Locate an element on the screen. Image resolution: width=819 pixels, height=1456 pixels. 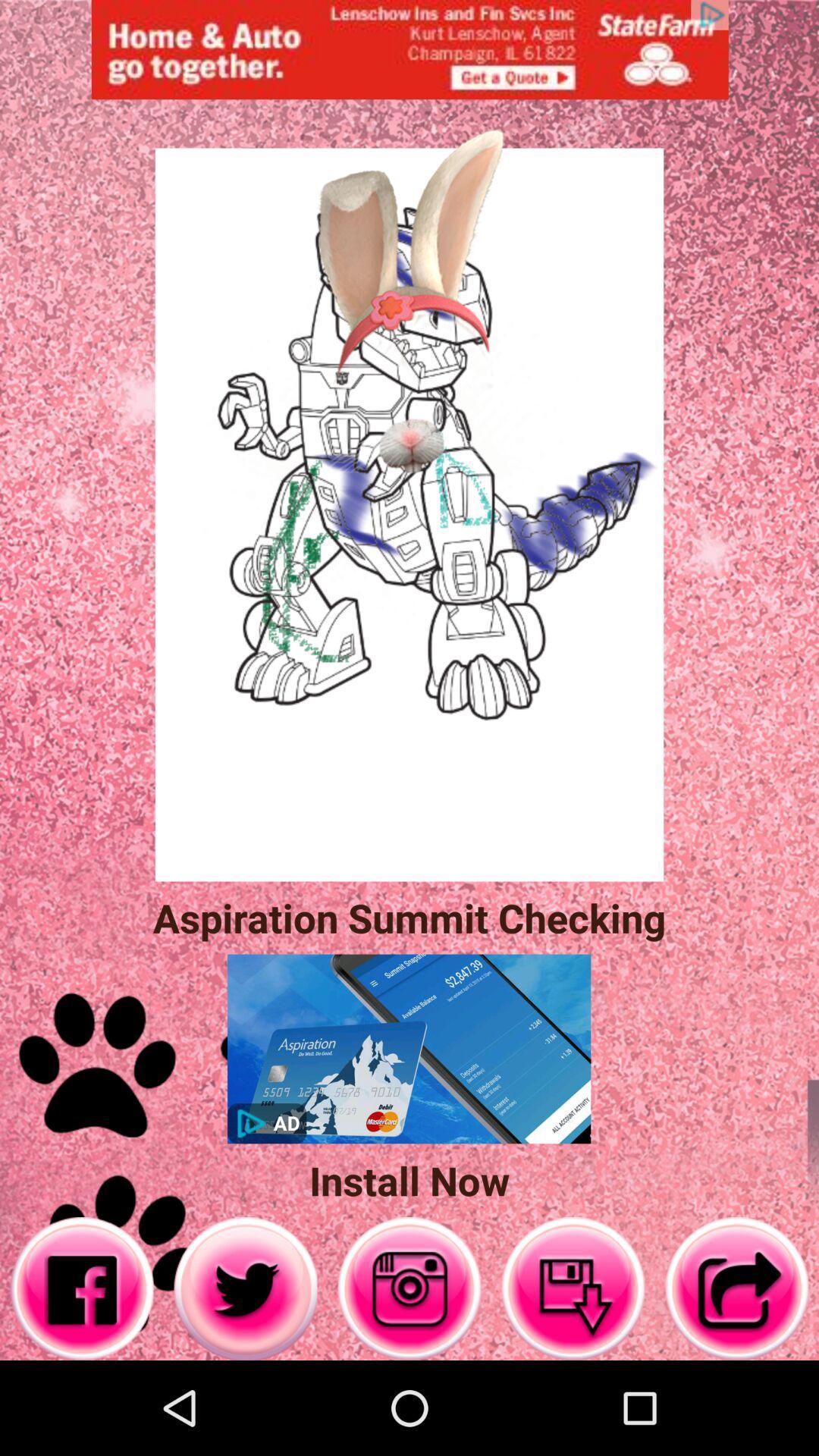
the twitter icon is located at coordinates (245, 1379).